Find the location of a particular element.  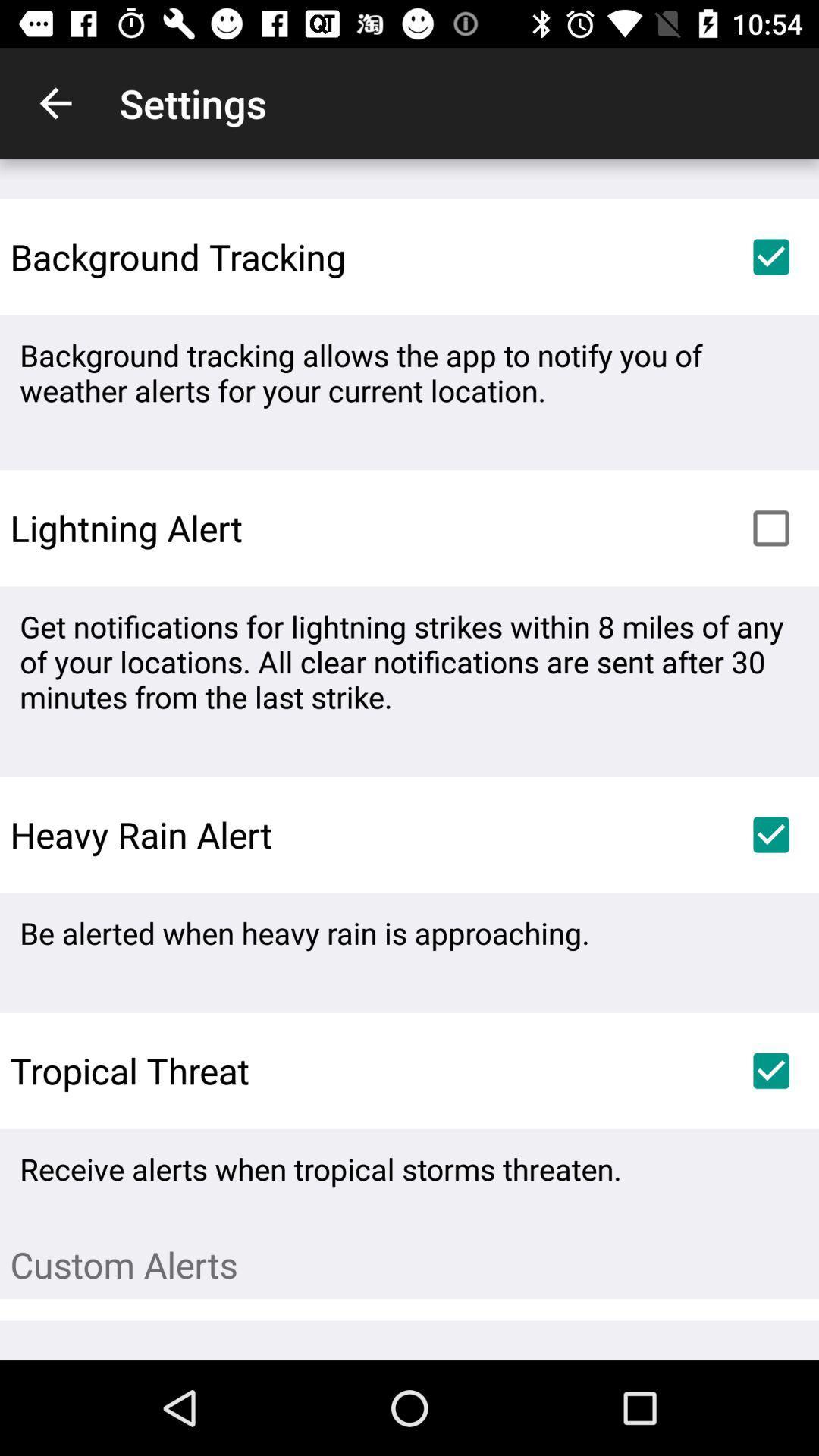

icon above custom alerts icon is located at coordinates (771, 1070).